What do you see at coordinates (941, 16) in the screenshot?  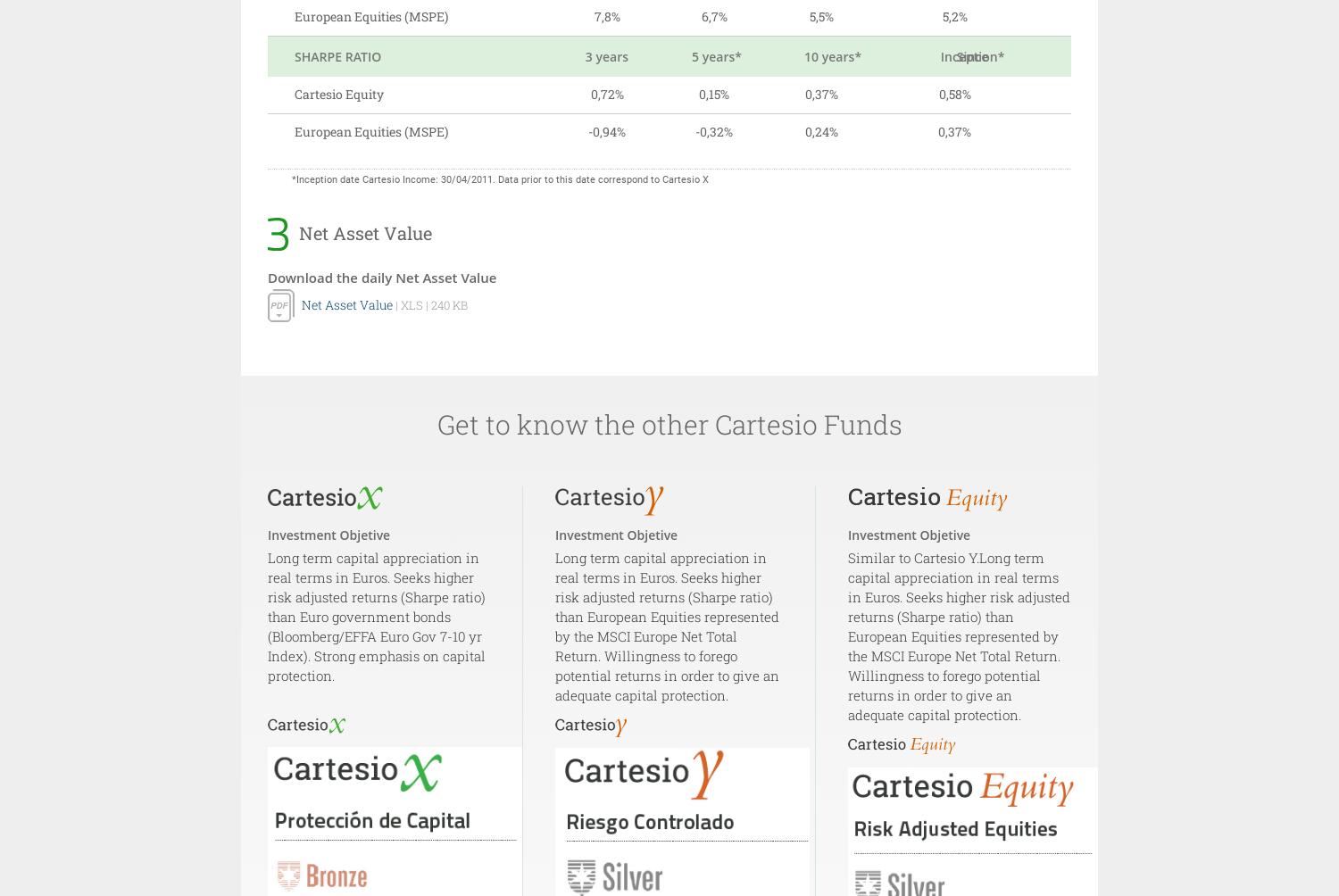 I see `'5,2%'` at bounding box center [941, 16].